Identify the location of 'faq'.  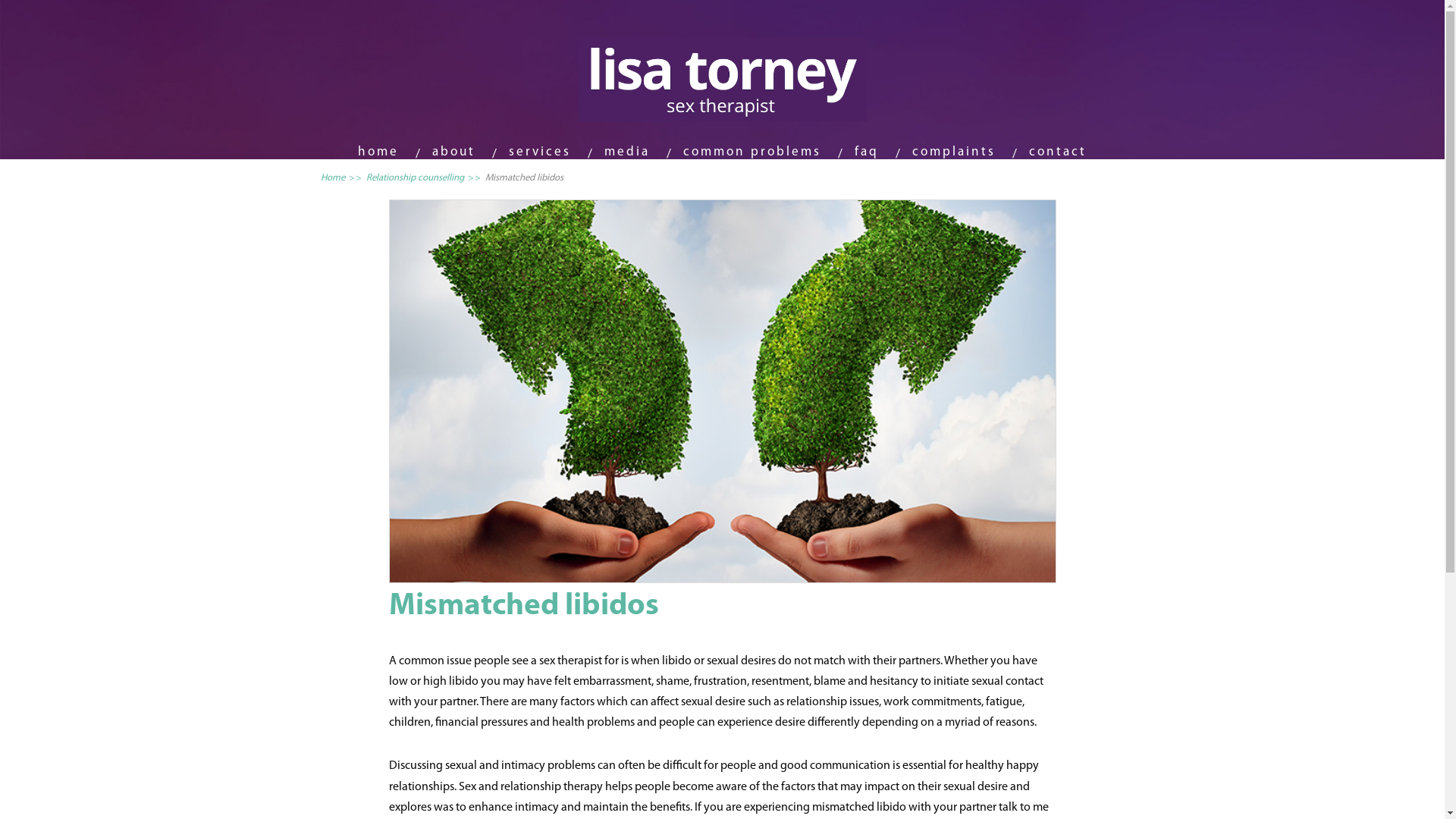
(866, 152).